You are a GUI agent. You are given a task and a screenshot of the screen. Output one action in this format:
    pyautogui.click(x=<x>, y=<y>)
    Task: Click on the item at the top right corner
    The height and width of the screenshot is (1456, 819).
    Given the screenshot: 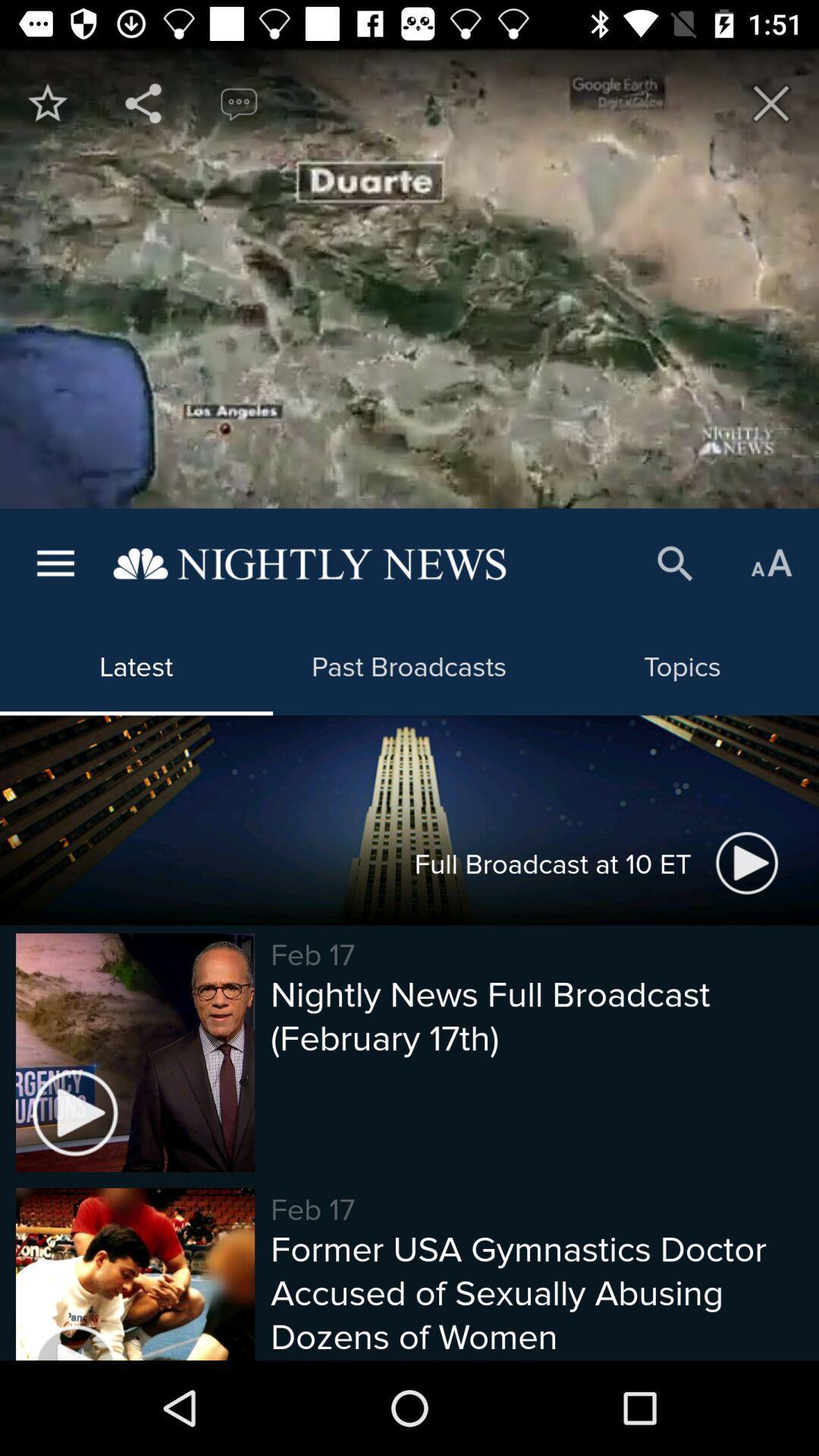 What is the action you would take?
    pyautogui.click(x=771, y=102)
    